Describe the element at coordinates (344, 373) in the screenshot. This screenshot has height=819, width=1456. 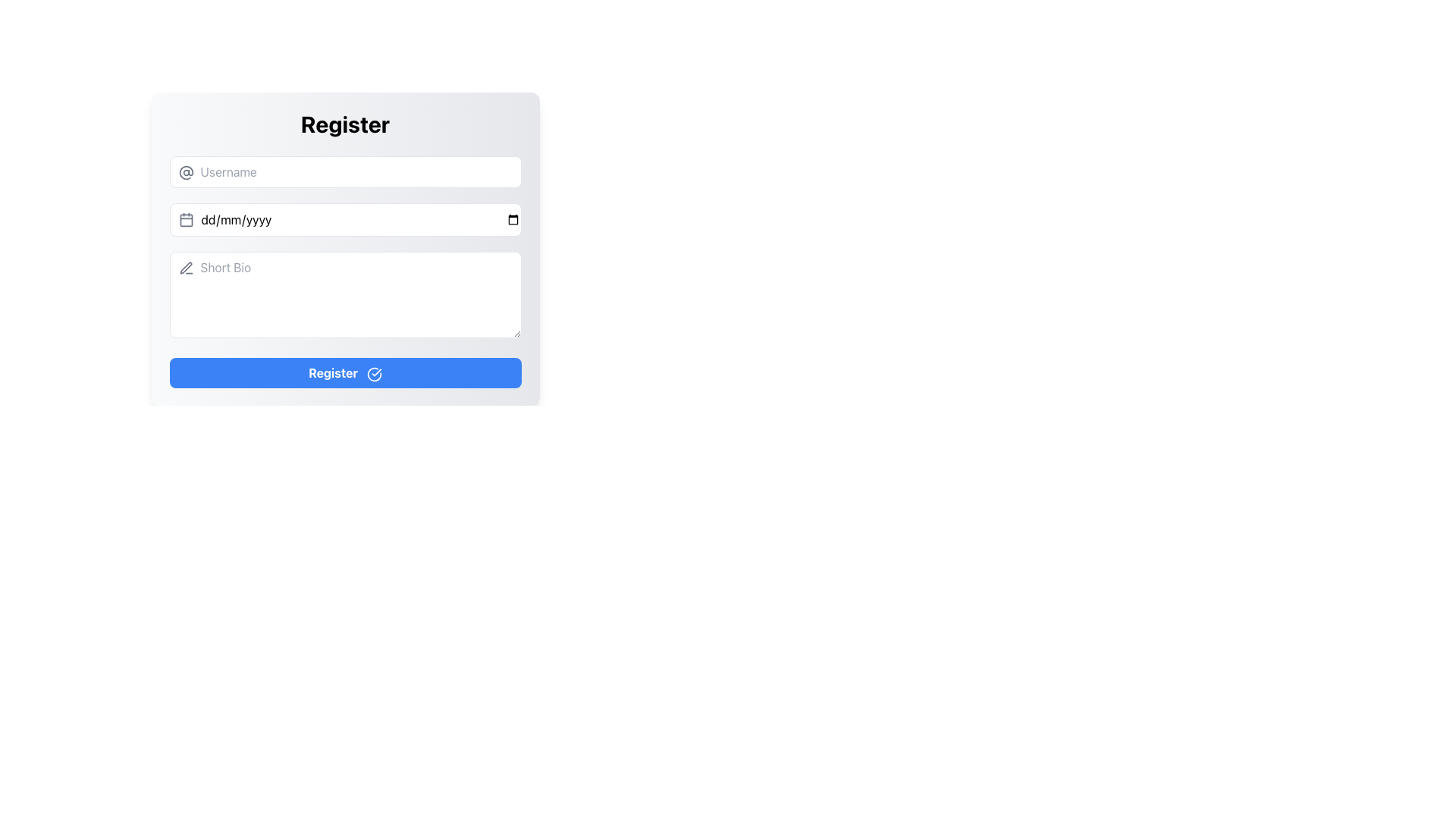
I see `the rectangular blue button labeled 'Register' at the bottom of the form` at that location.